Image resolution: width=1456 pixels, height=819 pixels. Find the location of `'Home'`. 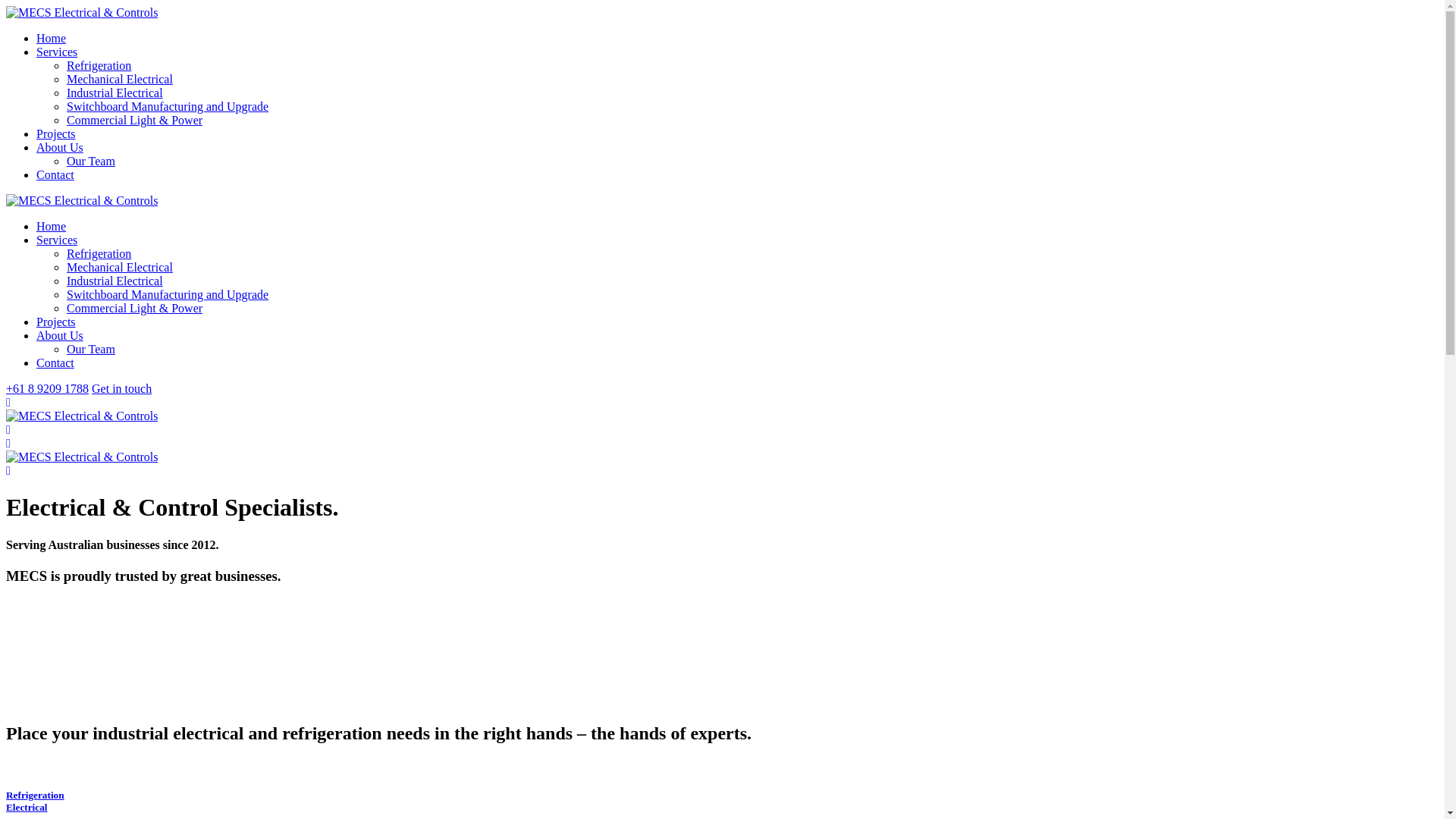

'Home' is located at coordinates (51, 37).